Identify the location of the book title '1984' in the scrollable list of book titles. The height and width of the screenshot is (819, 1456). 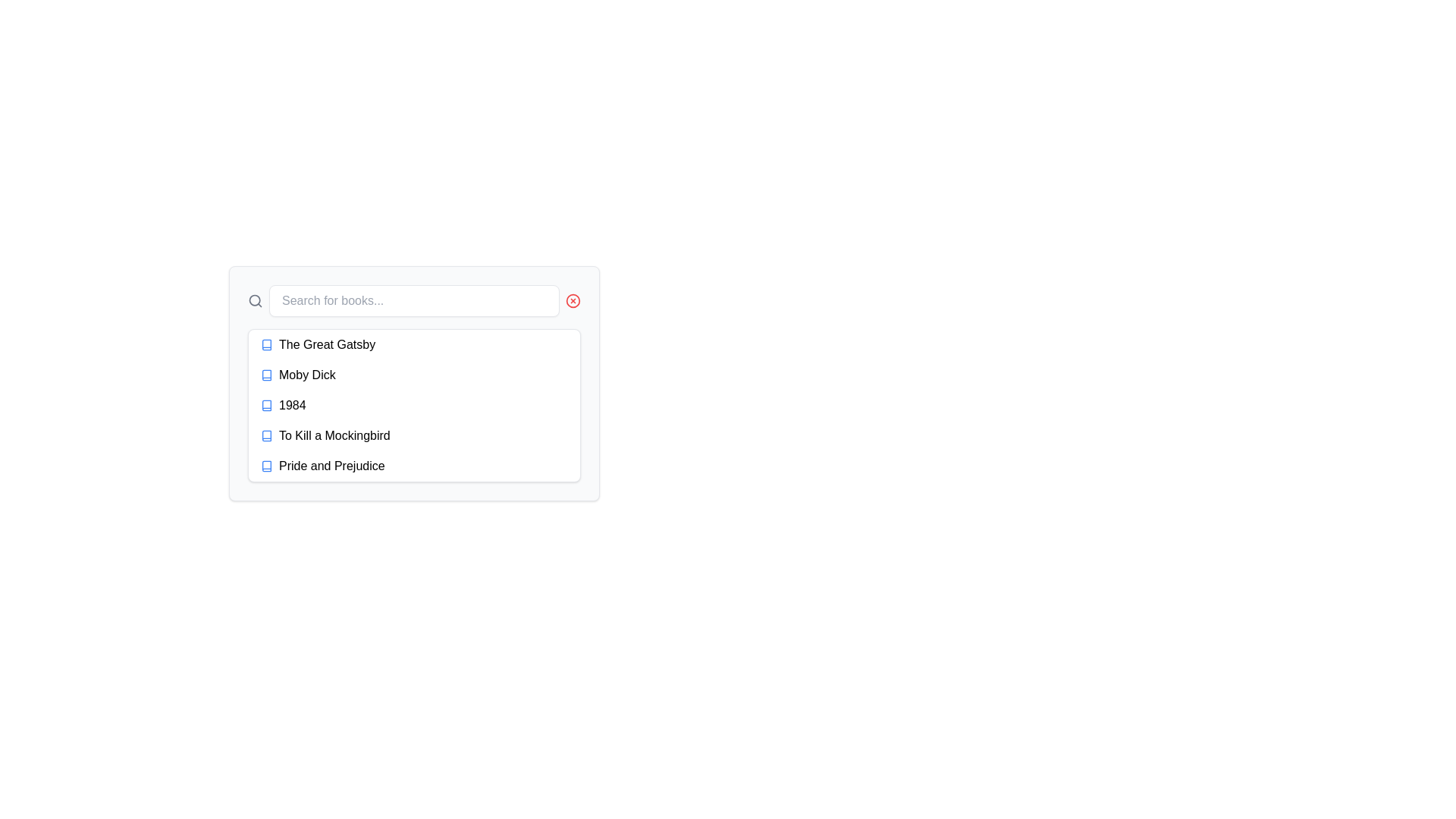
(414, 411).